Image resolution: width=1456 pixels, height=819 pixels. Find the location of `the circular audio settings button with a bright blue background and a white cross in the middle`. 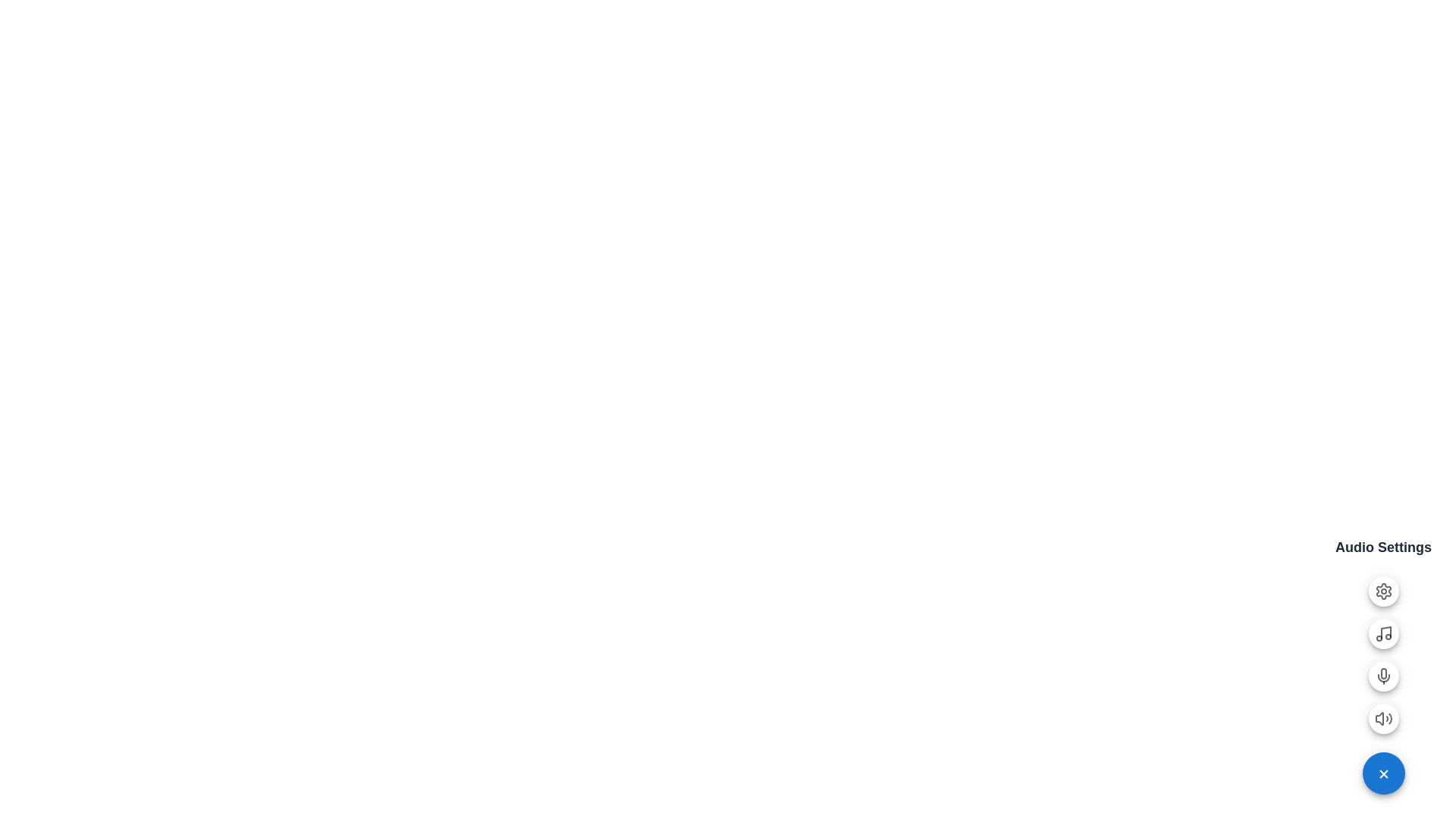

the circular audio settings button with a bright blue background and a white cross in the middle is located at coordinates (1383, 774).